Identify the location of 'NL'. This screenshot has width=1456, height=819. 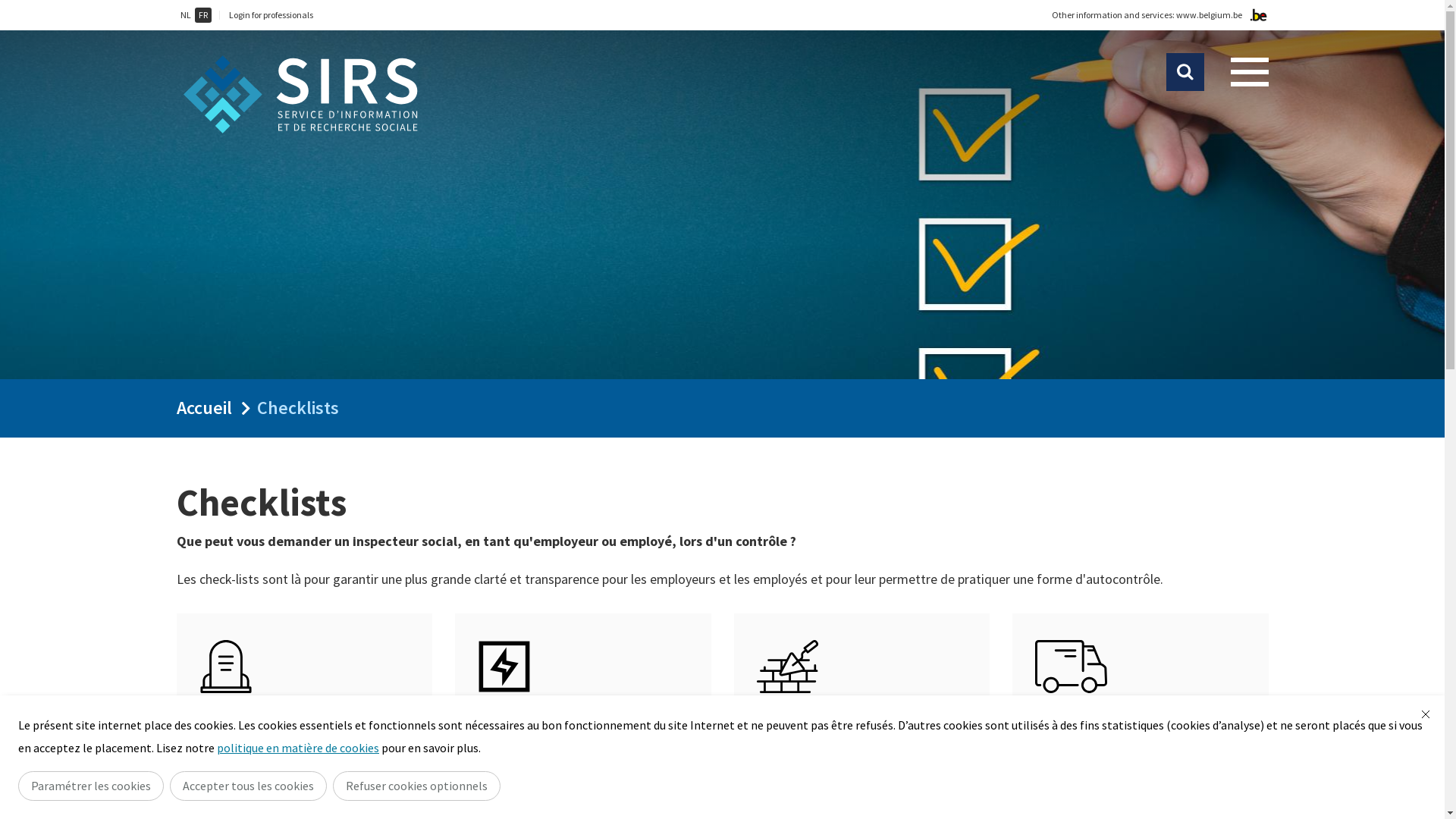
(184, 14).